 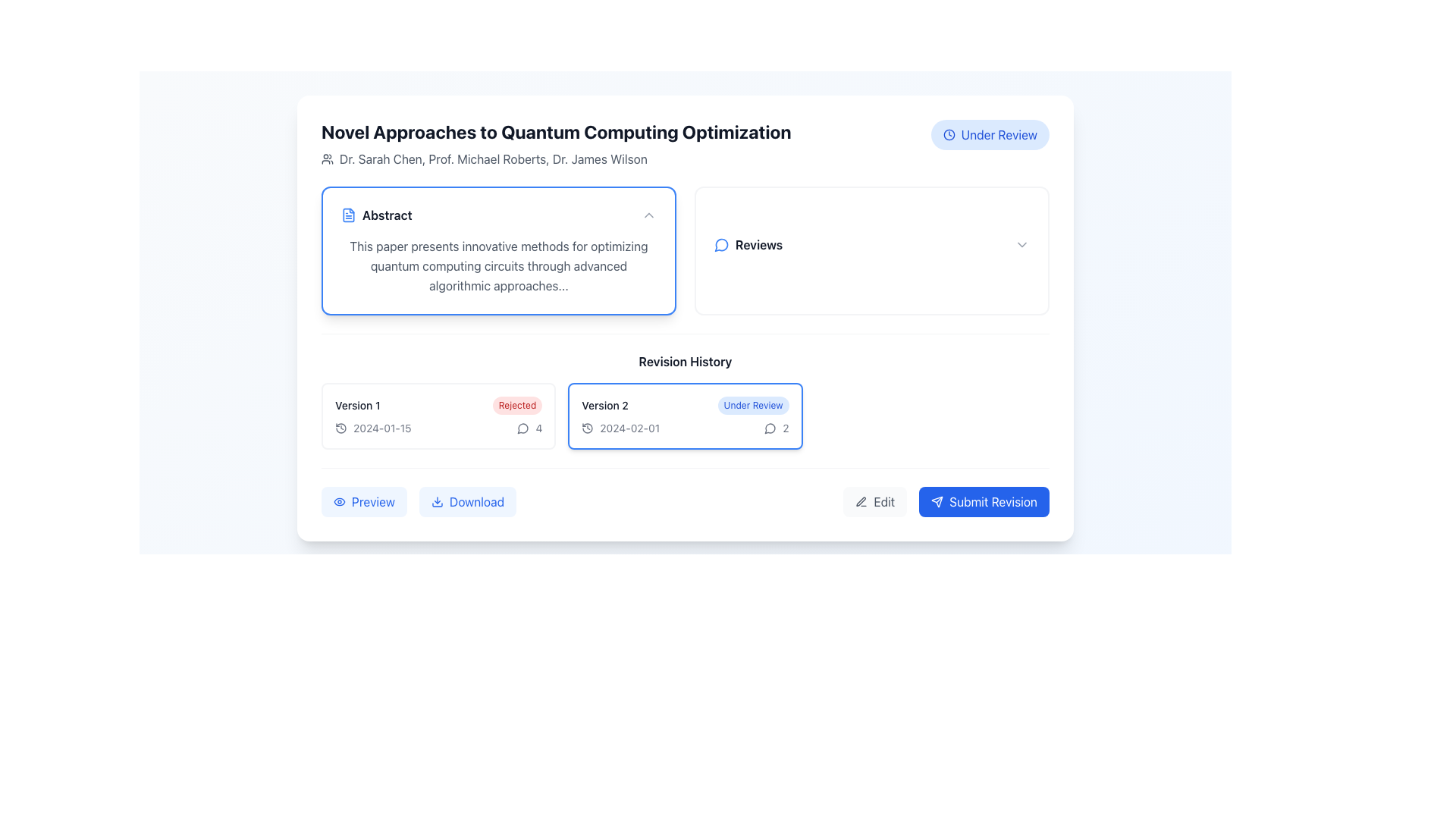 I want to click on the 'Submit Revision' button, which is a rectangular button with a blue background and white text, so click(x=946, y=502).